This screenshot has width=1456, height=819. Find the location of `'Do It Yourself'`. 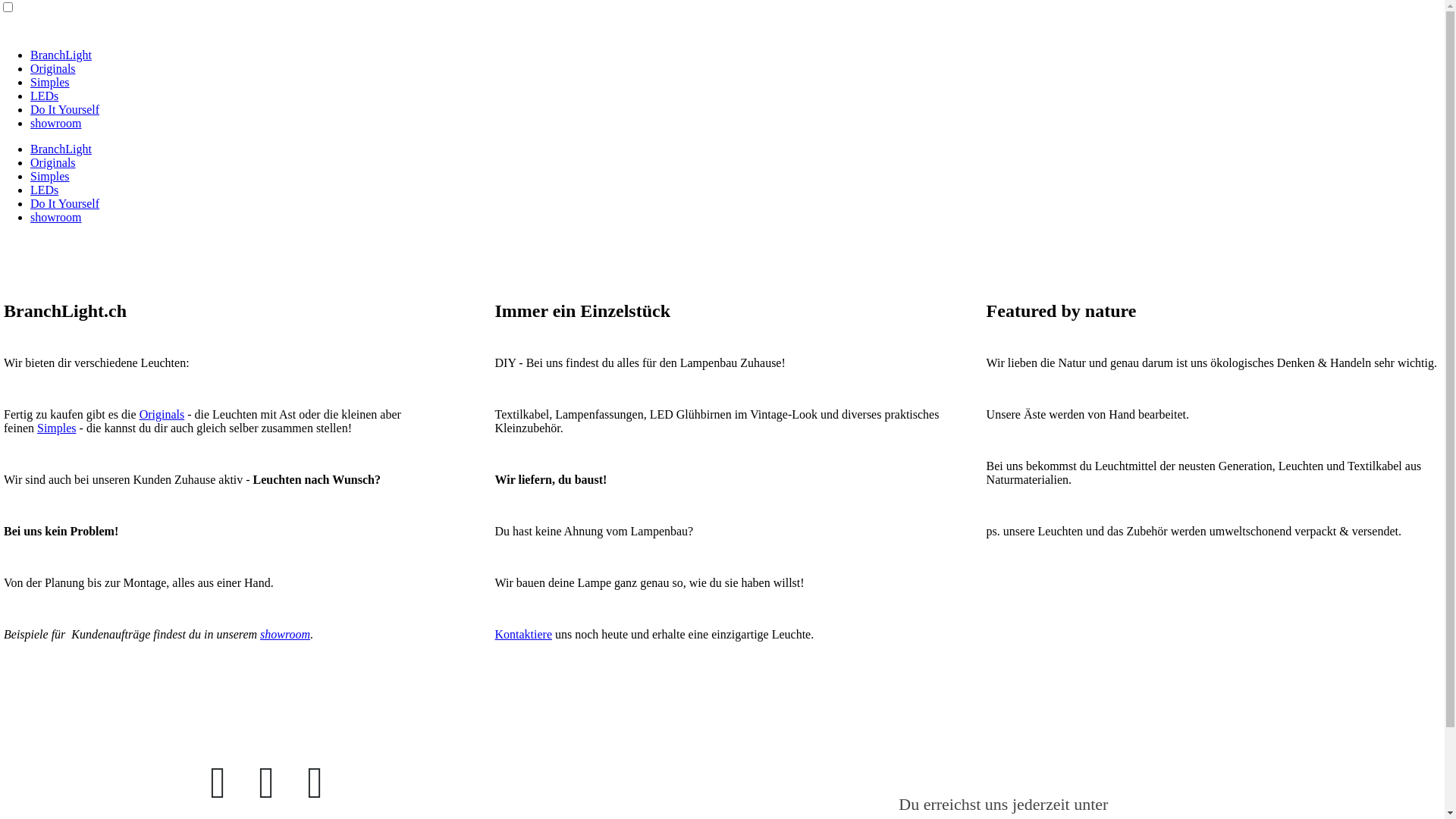

'Do It Yourself' is located at coordinates (64, 202).